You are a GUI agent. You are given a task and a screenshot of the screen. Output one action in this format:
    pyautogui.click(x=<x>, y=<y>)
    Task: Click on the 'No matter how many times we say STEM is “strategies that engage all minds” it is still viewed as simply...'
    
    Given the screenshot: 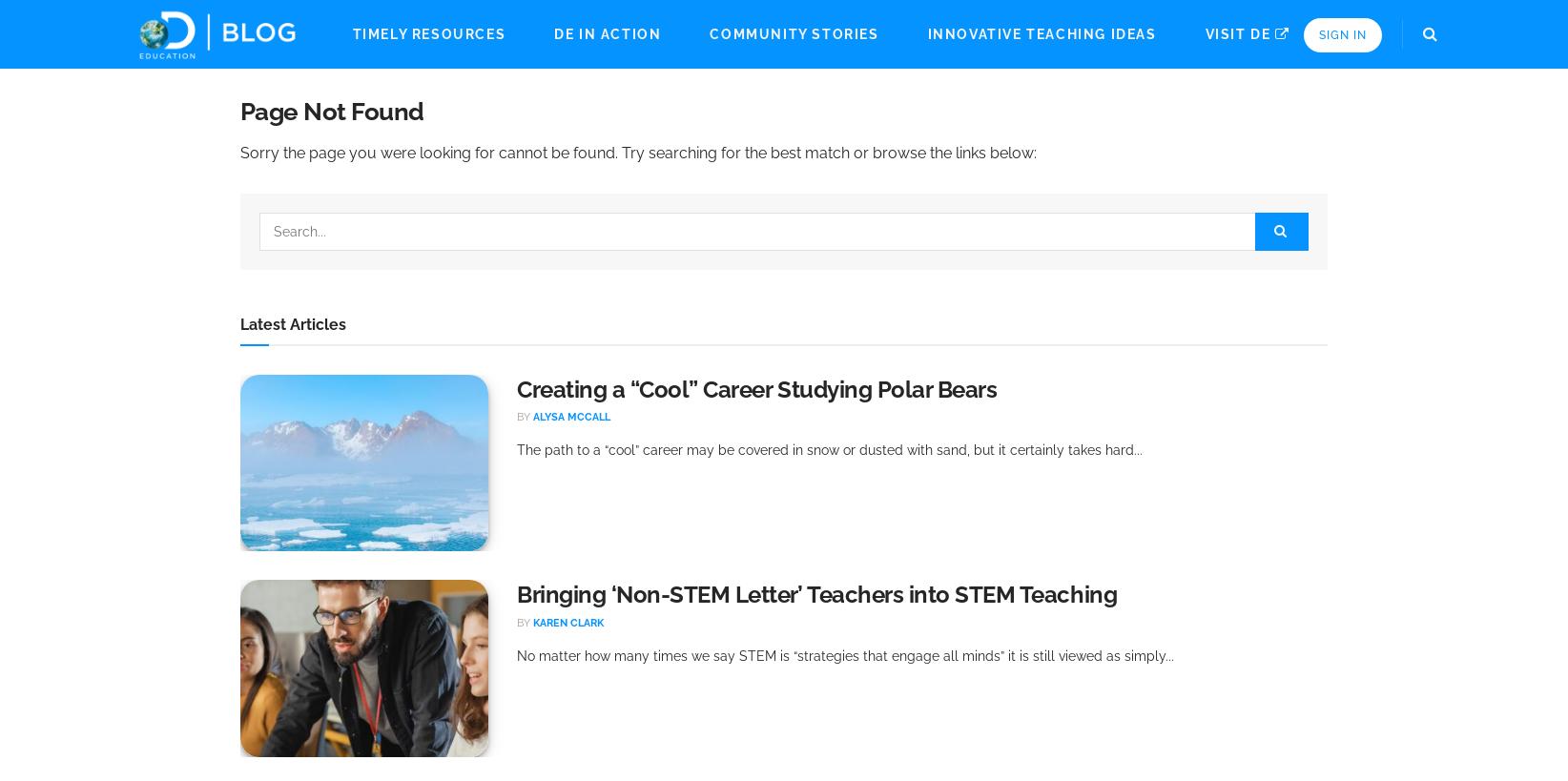 What is the action you would take?
    pyautogui.click(x=845, y=654)
    